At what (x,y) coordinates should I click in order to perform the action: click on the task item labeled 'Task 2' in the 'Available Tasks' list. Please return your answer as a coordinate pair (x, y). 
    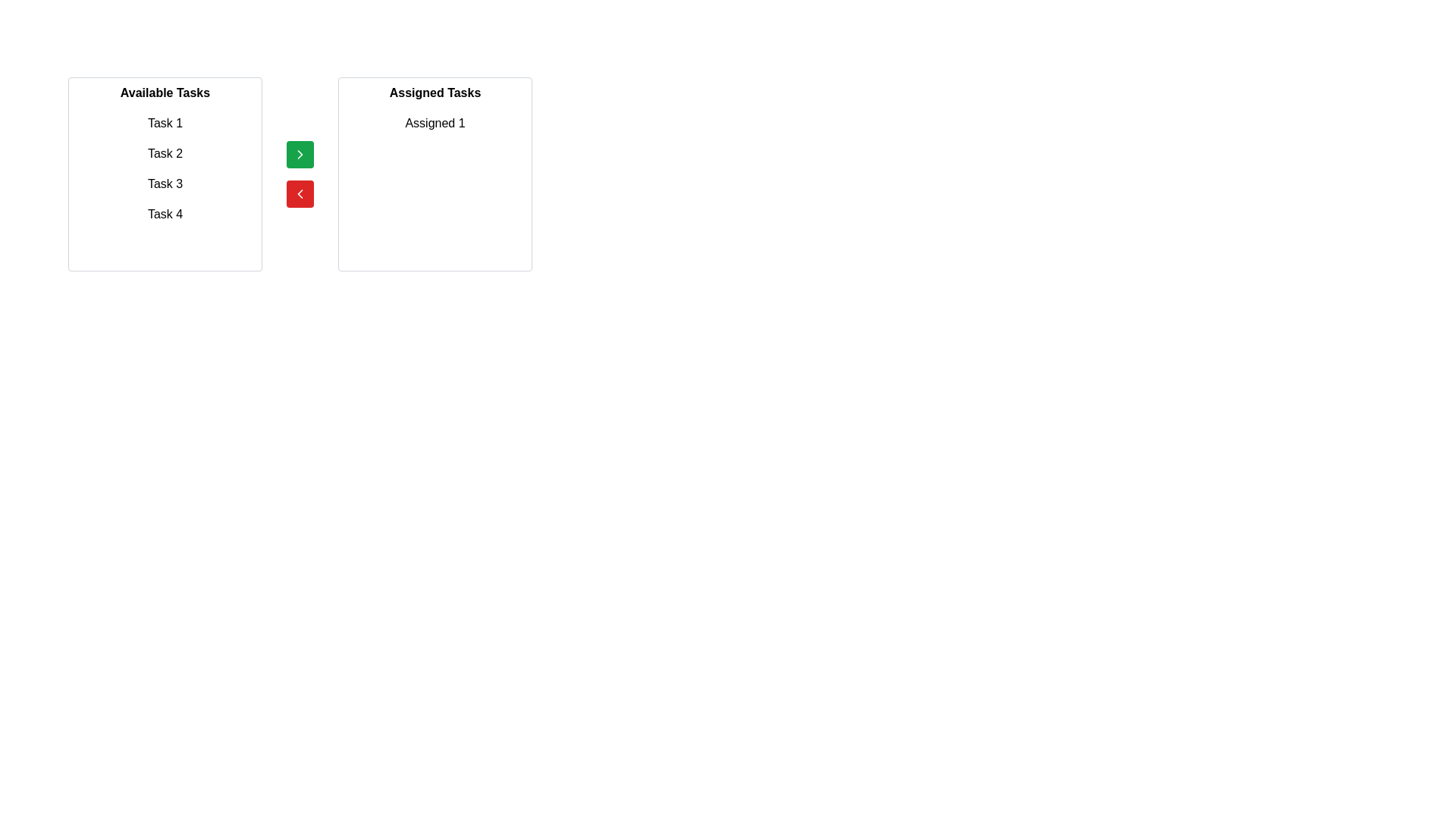
    Looking at the image, I should click on (165, 154).